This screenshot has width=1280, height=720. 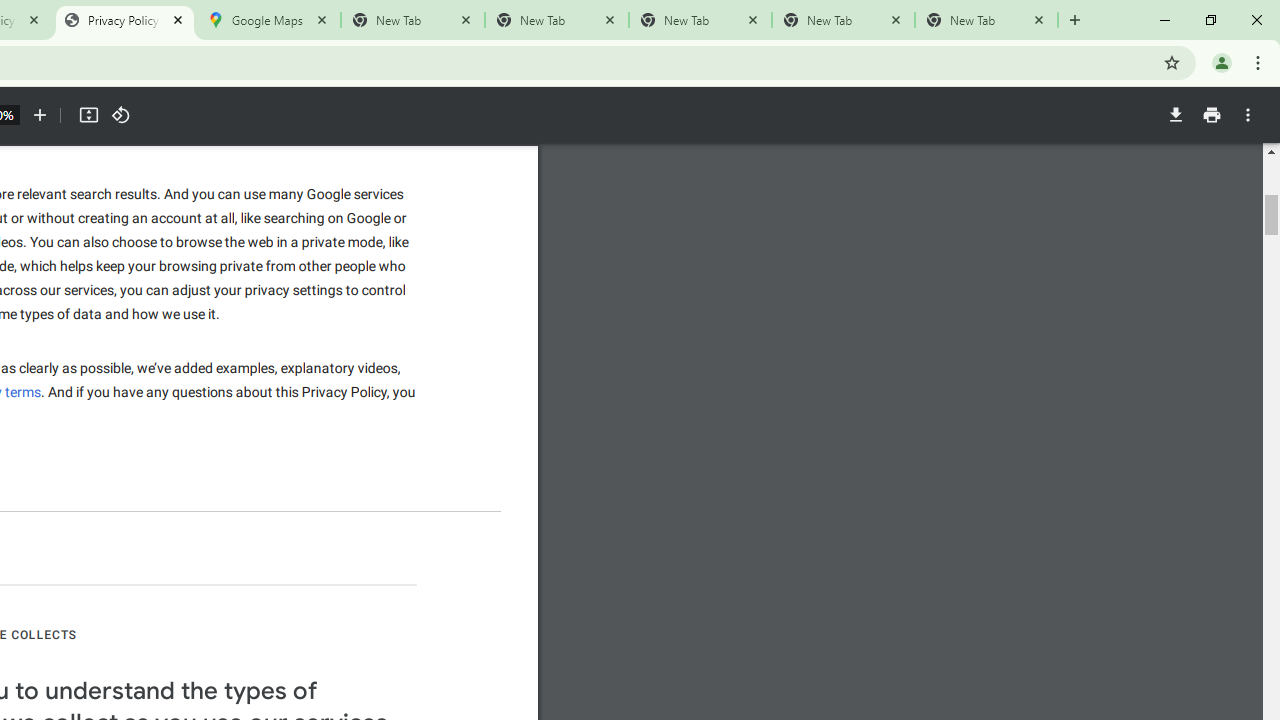 I want to click on 'New Tab', so click(x=986, y=20).